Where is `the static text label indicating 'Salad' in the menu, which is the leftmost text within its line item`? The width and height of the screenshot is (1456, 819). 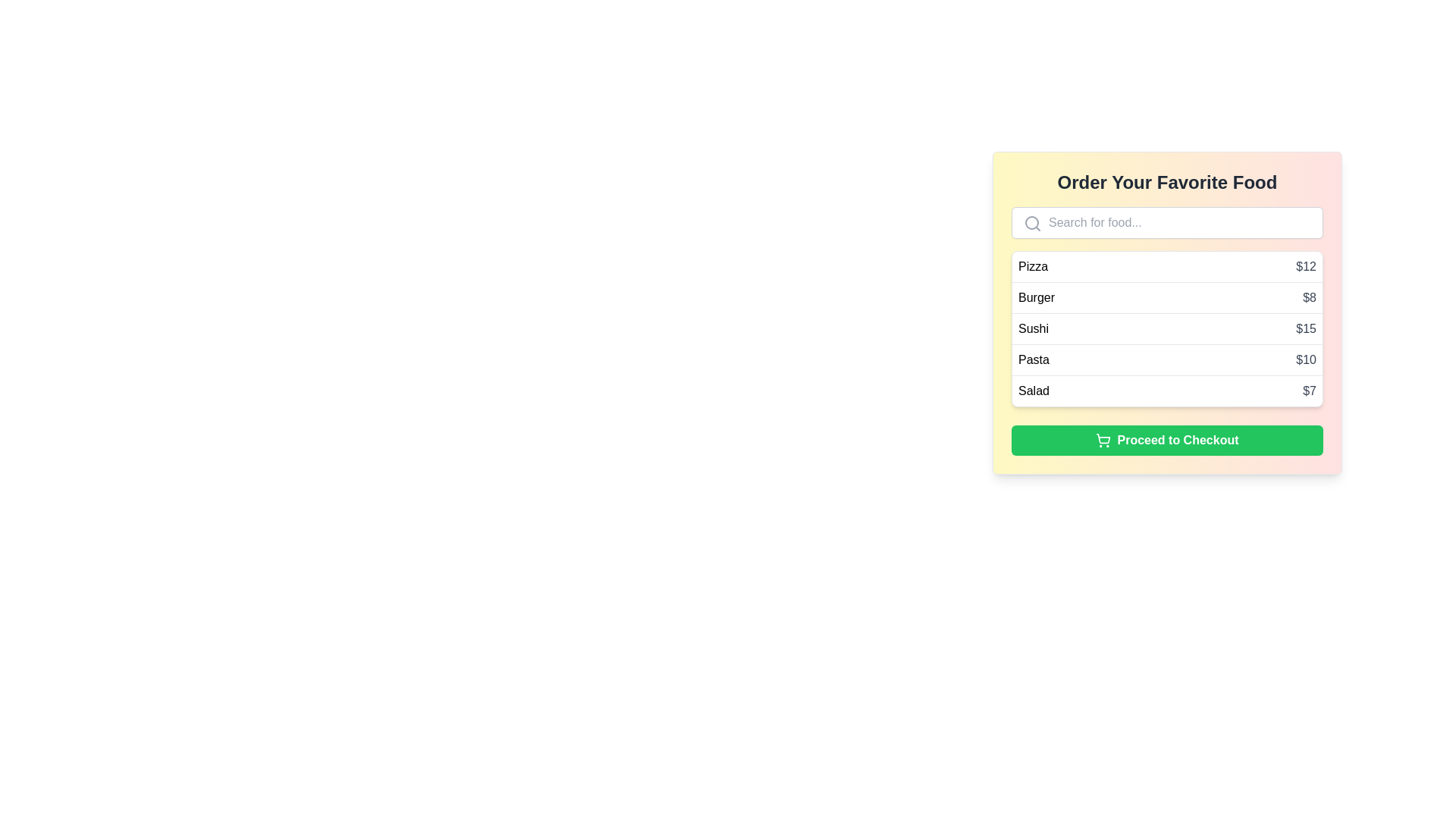
the static text label indicating 'Salad' in the menu, which is the leftmost text within its line item is located at coordinates (1033, 391).